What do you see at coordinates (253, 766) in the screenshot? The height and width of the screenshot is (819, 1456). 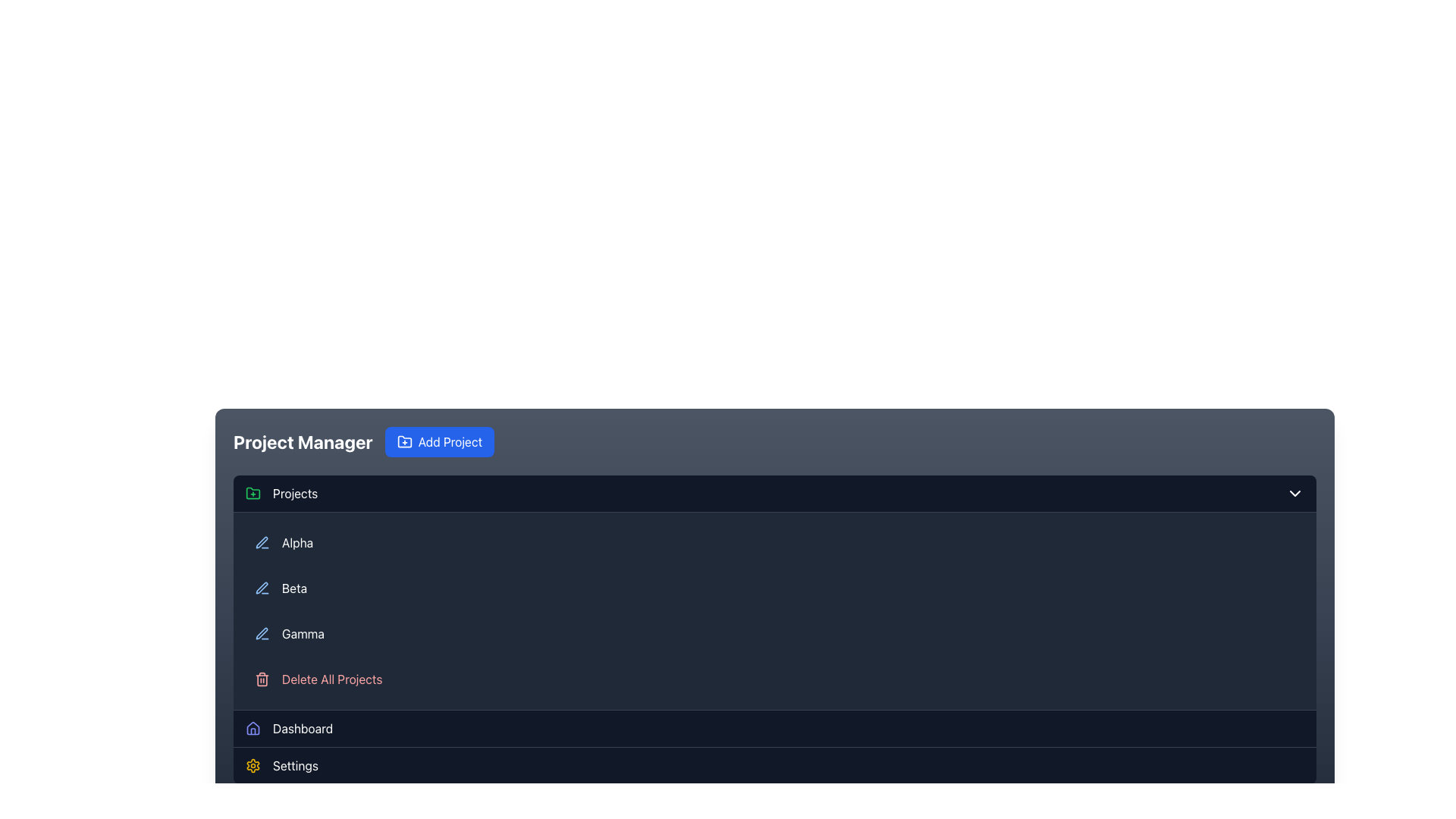 I see `the gear-shaped icon with a yellow fill and black outline, located to the left of the 'Settings' label in the vertical navigation menu` at bounding box center [253, 766].